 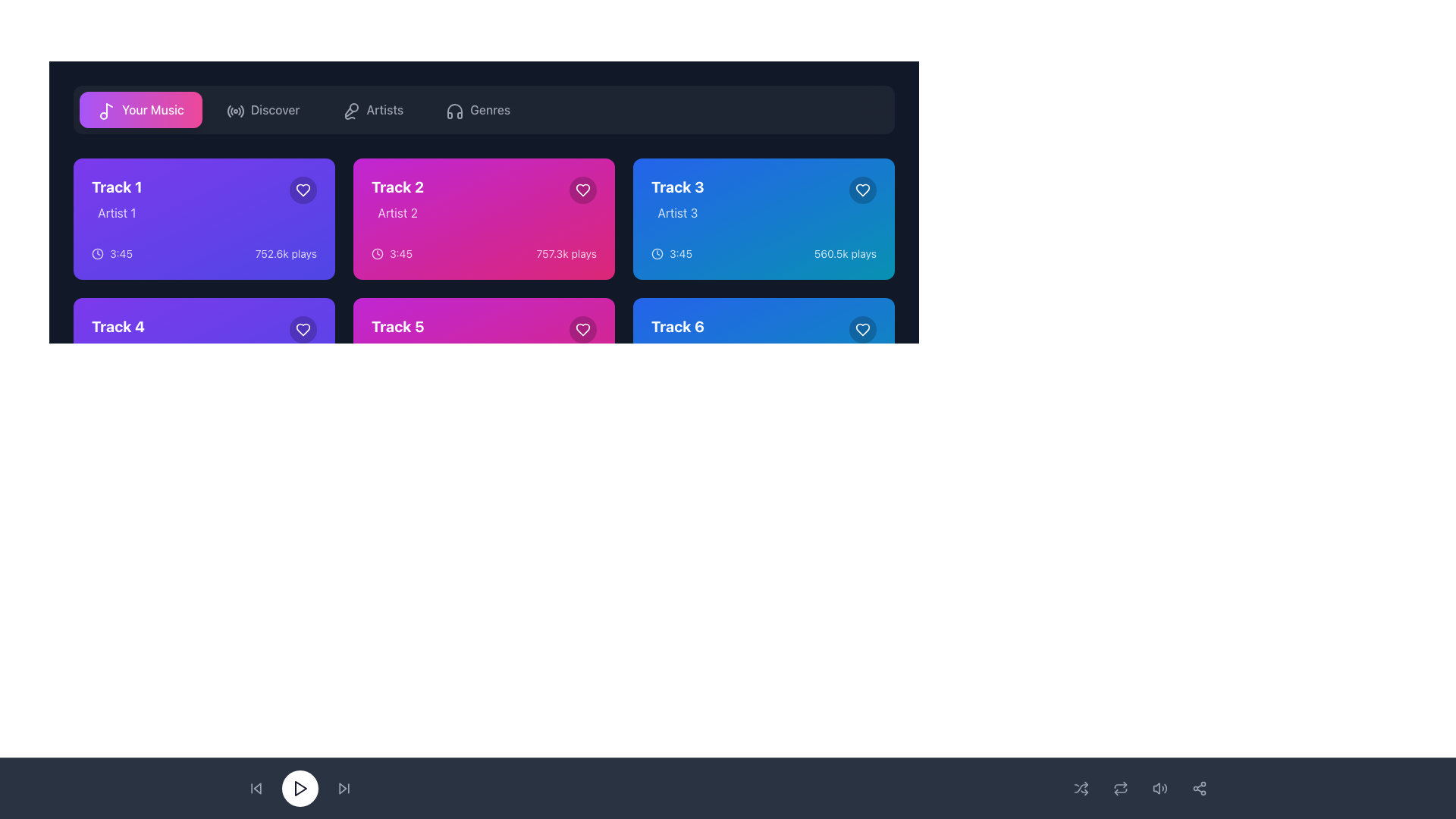 What do you see at coordinates (676, 213) in the screenshot?
I see `the label indicating the artist associated with 'Track 3', which is the second textual component beneath the title 'Track 3' in the blue card` at bounding box center [676, 213].